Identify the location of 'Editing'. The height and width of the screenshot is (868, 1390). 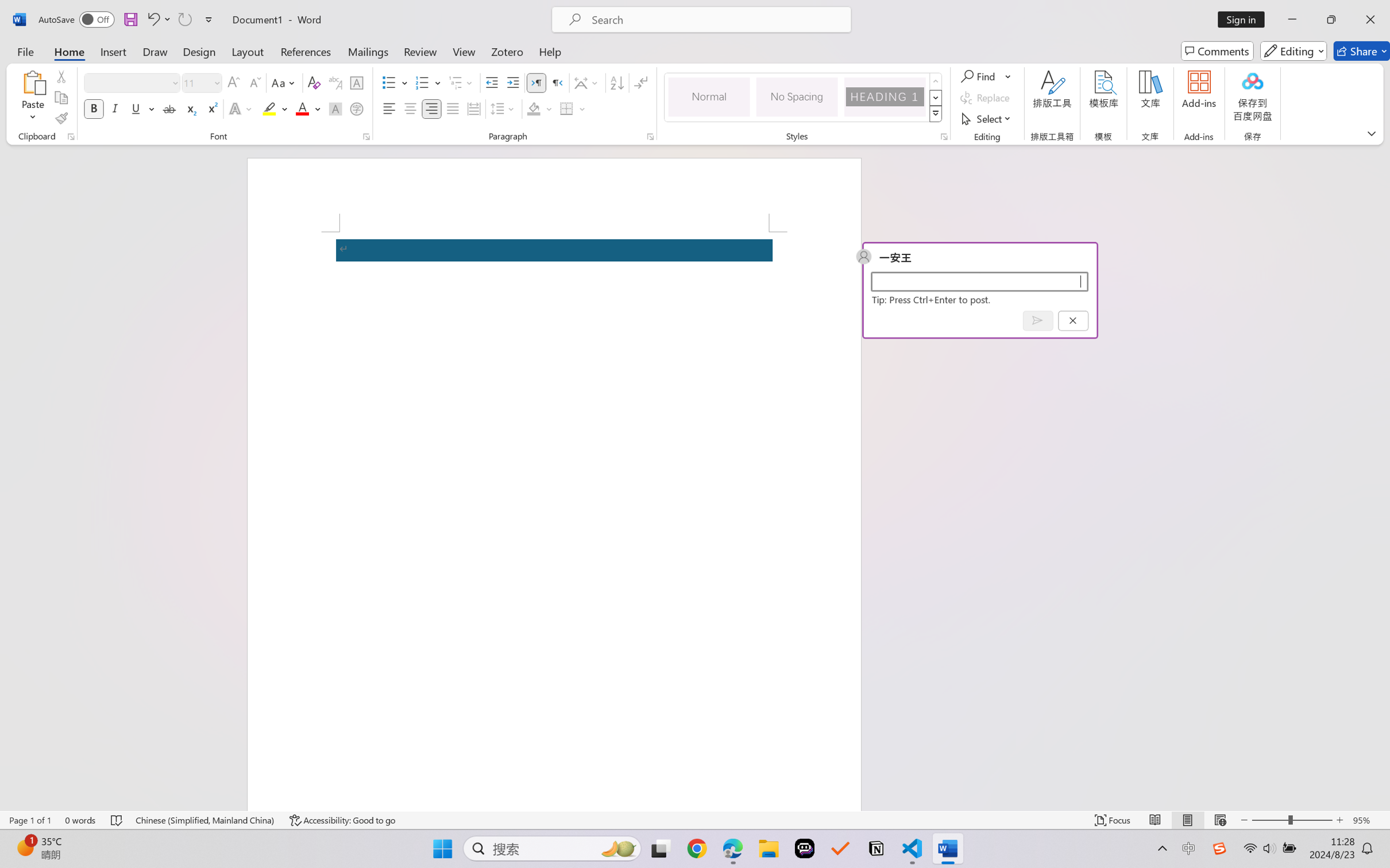
(1294, 51).